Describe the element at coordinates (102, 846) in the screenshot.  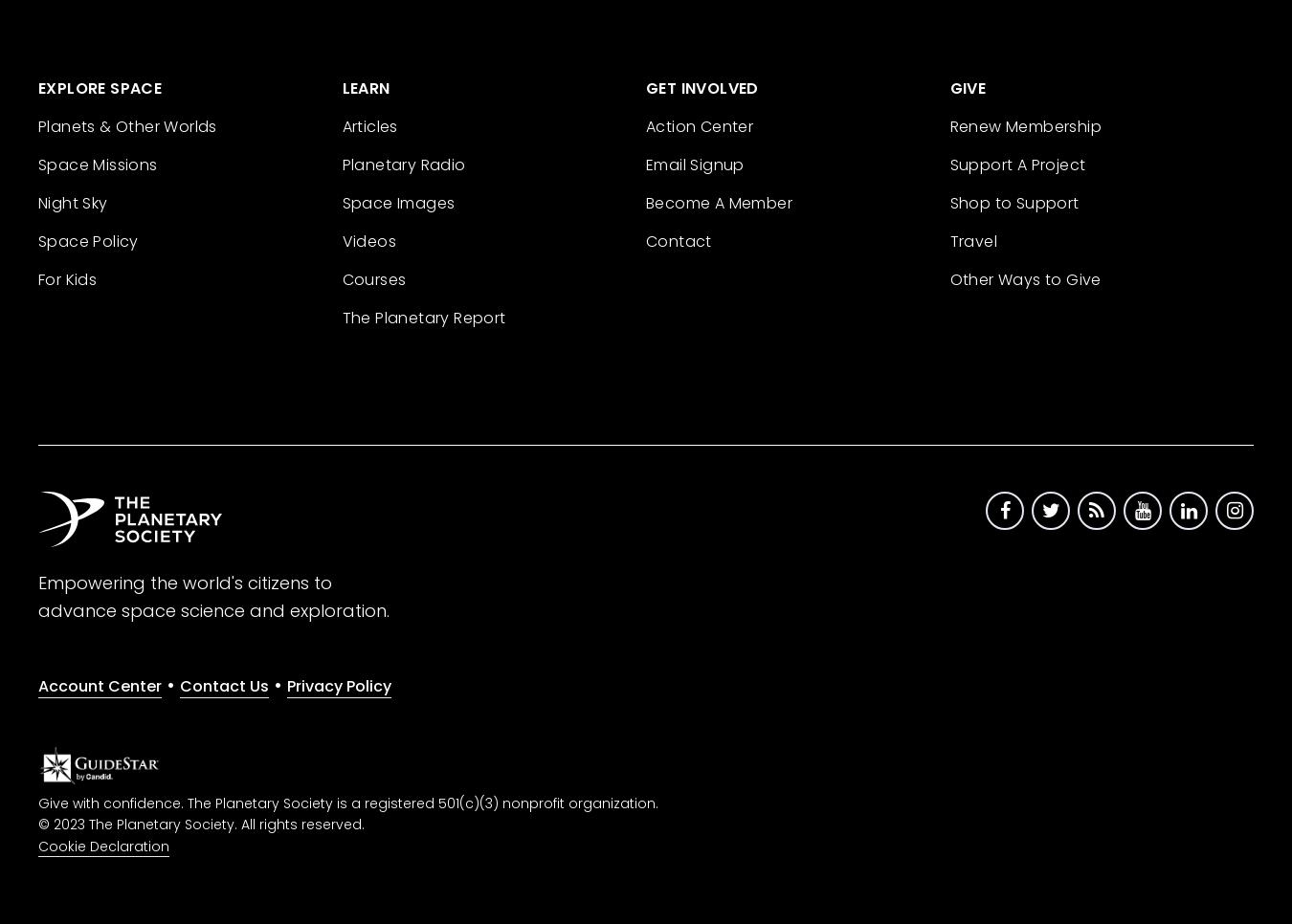
I see `'Cookie Declaration'` at that location.